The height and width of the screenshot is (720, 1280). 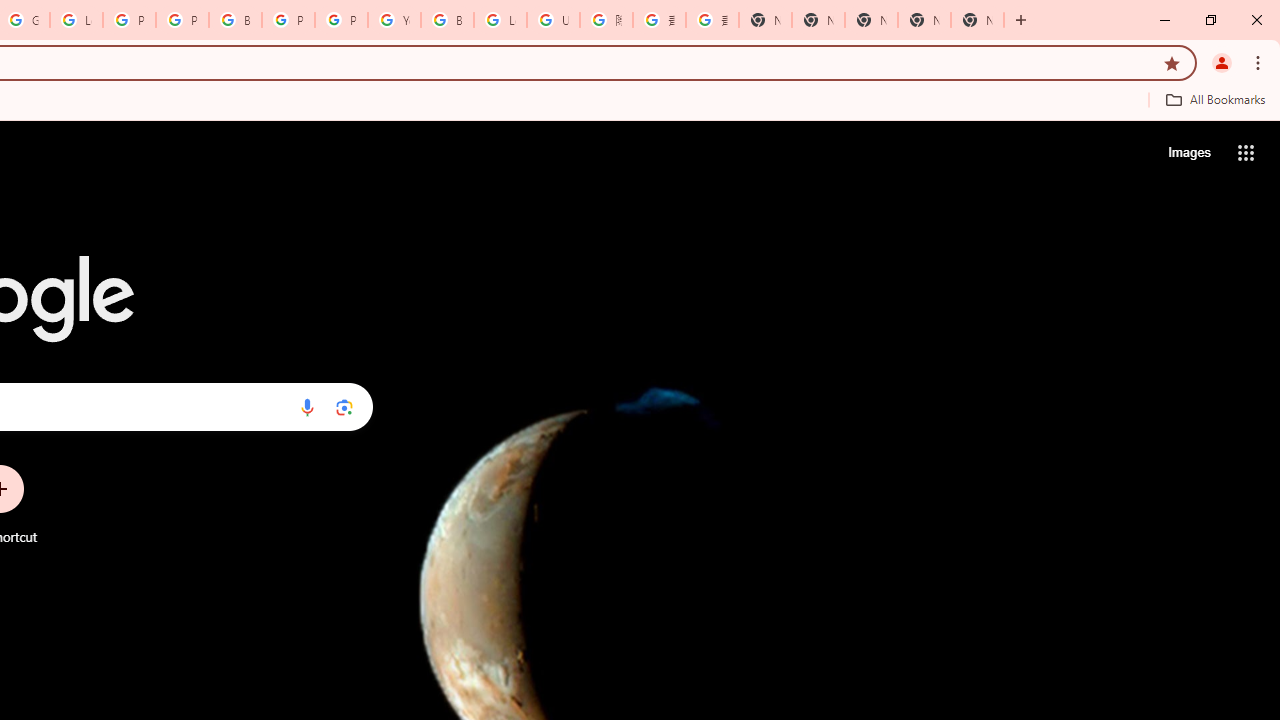 I want to click on 'Privacy Help Center - Policies Help', so click(x=182, y=20).